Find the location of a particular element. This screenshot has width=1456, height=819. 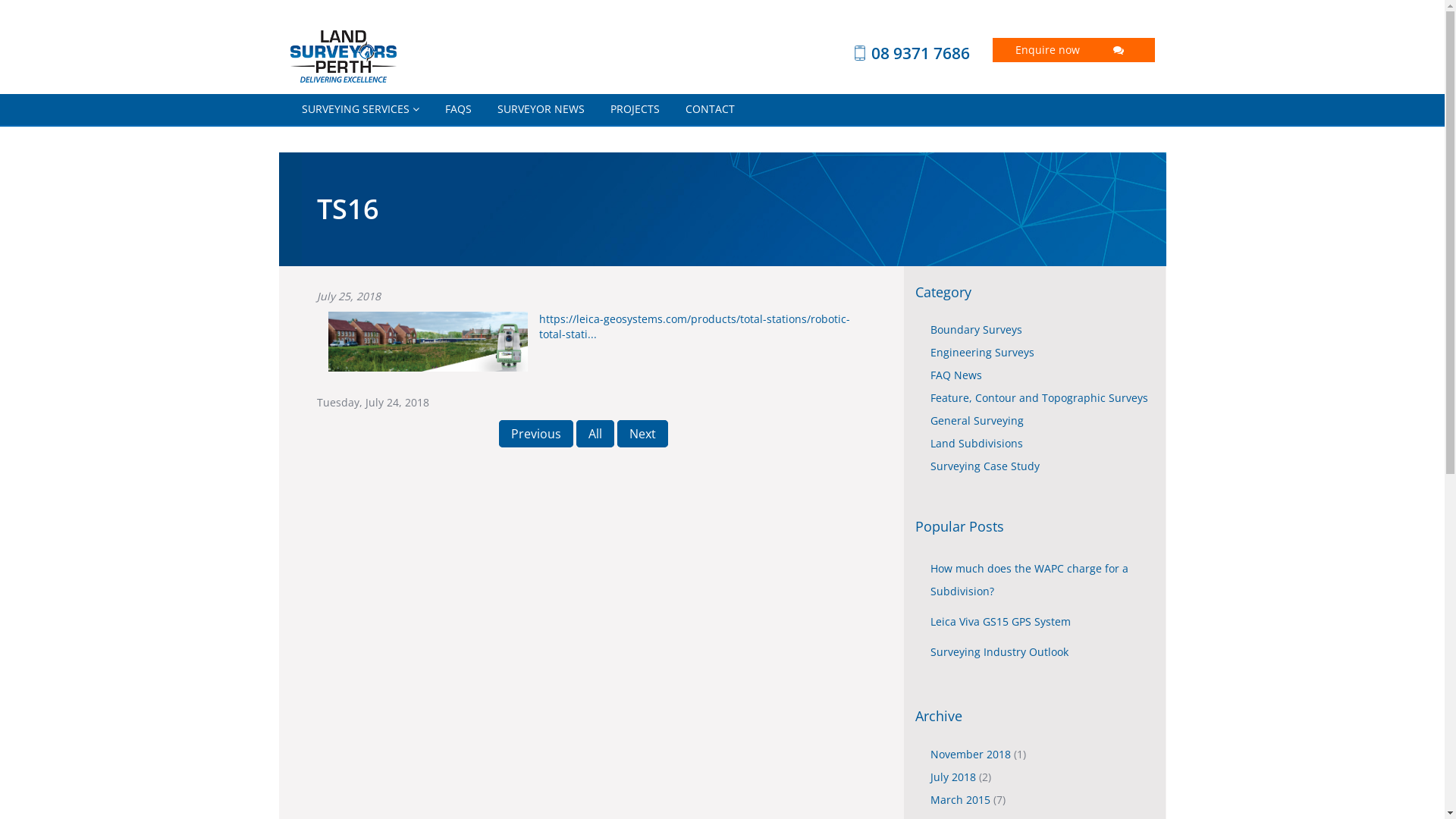

'CONTACT' is located at coordinates (708, 108).